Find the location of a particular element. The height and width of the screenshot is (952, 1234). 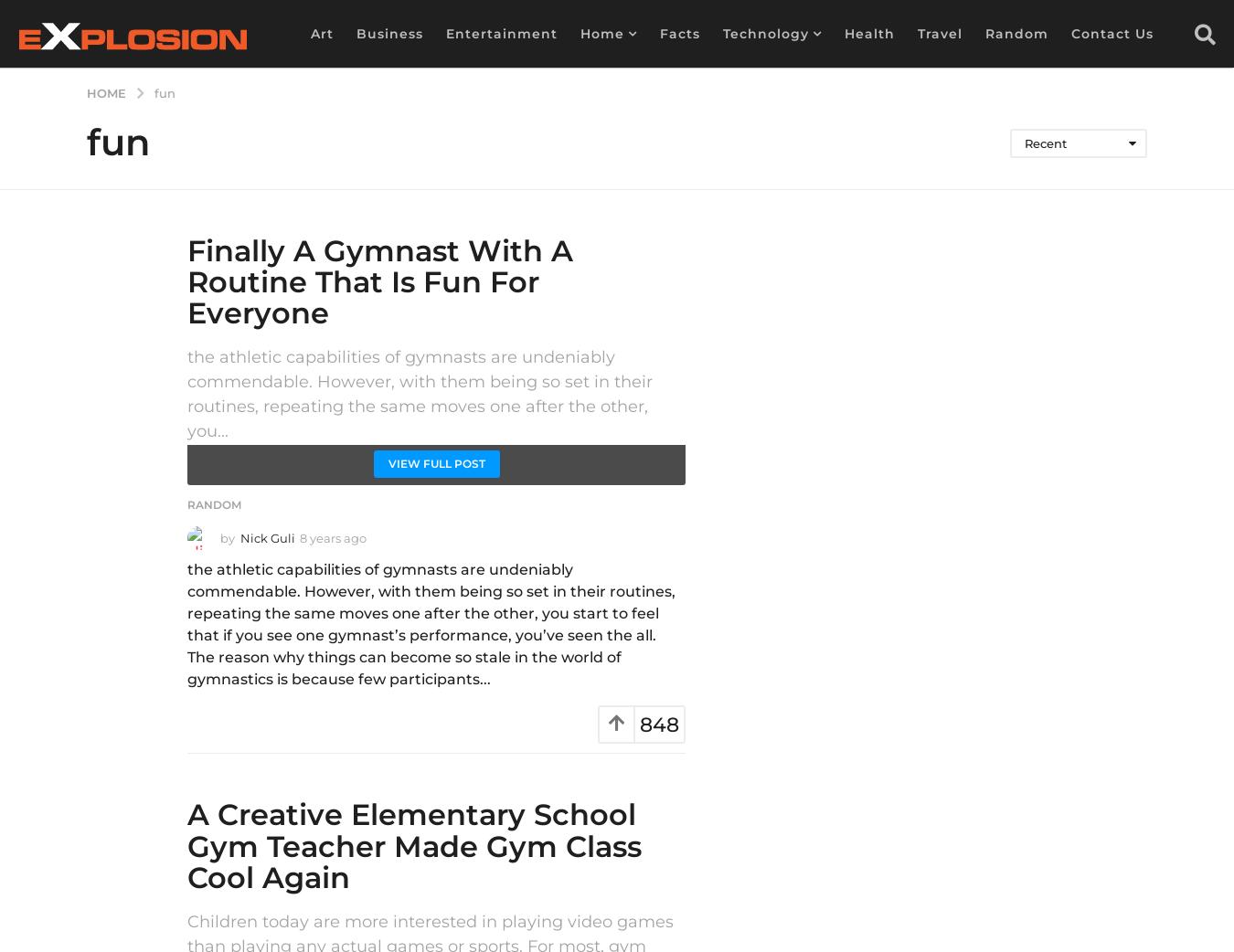

'DIY' is located at coordinates (525, 105).